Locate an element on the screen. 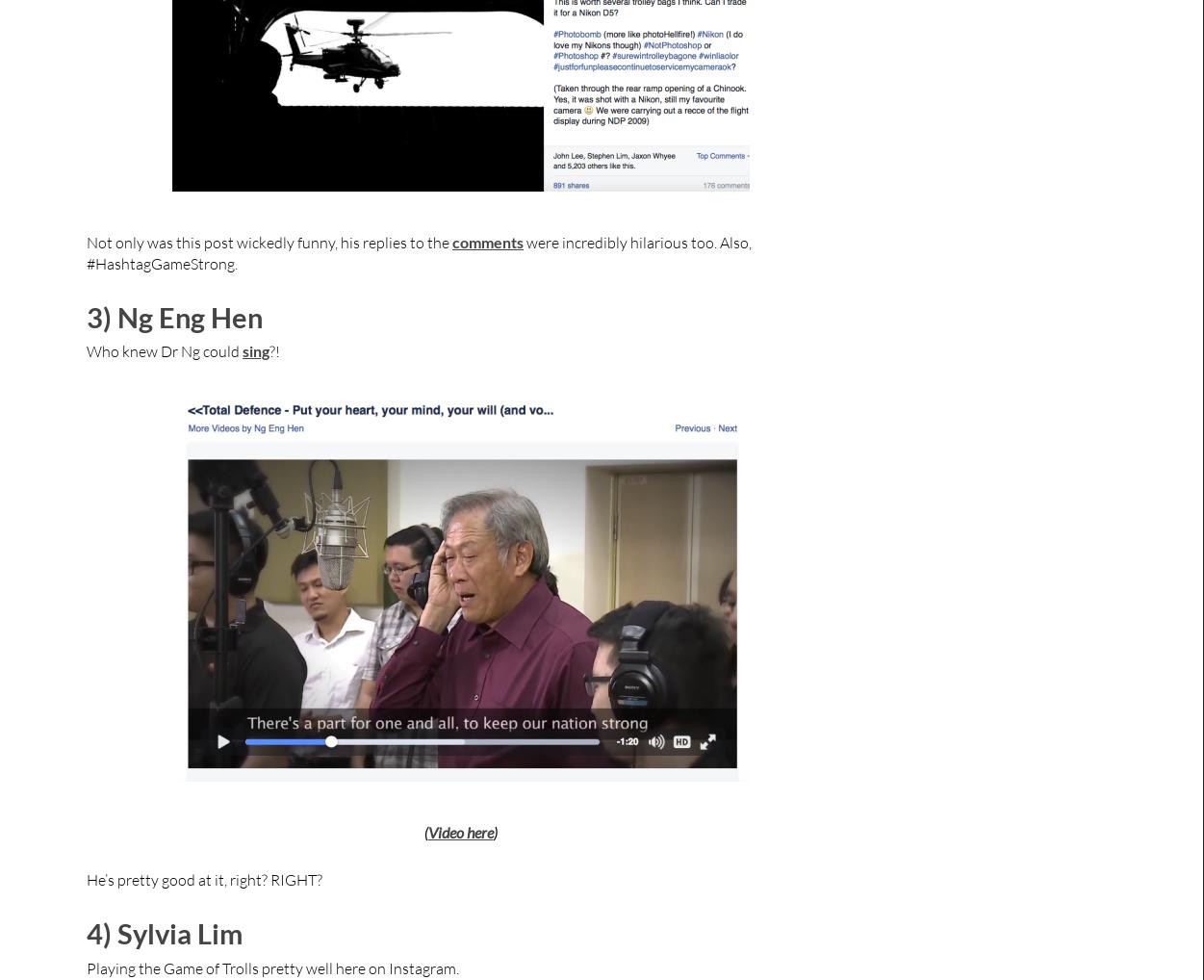 This screenshot has height=980, width=1204. 'Playing the Game of Trolls pretty well here on Instagram.' is located at coordinates (272, 967).